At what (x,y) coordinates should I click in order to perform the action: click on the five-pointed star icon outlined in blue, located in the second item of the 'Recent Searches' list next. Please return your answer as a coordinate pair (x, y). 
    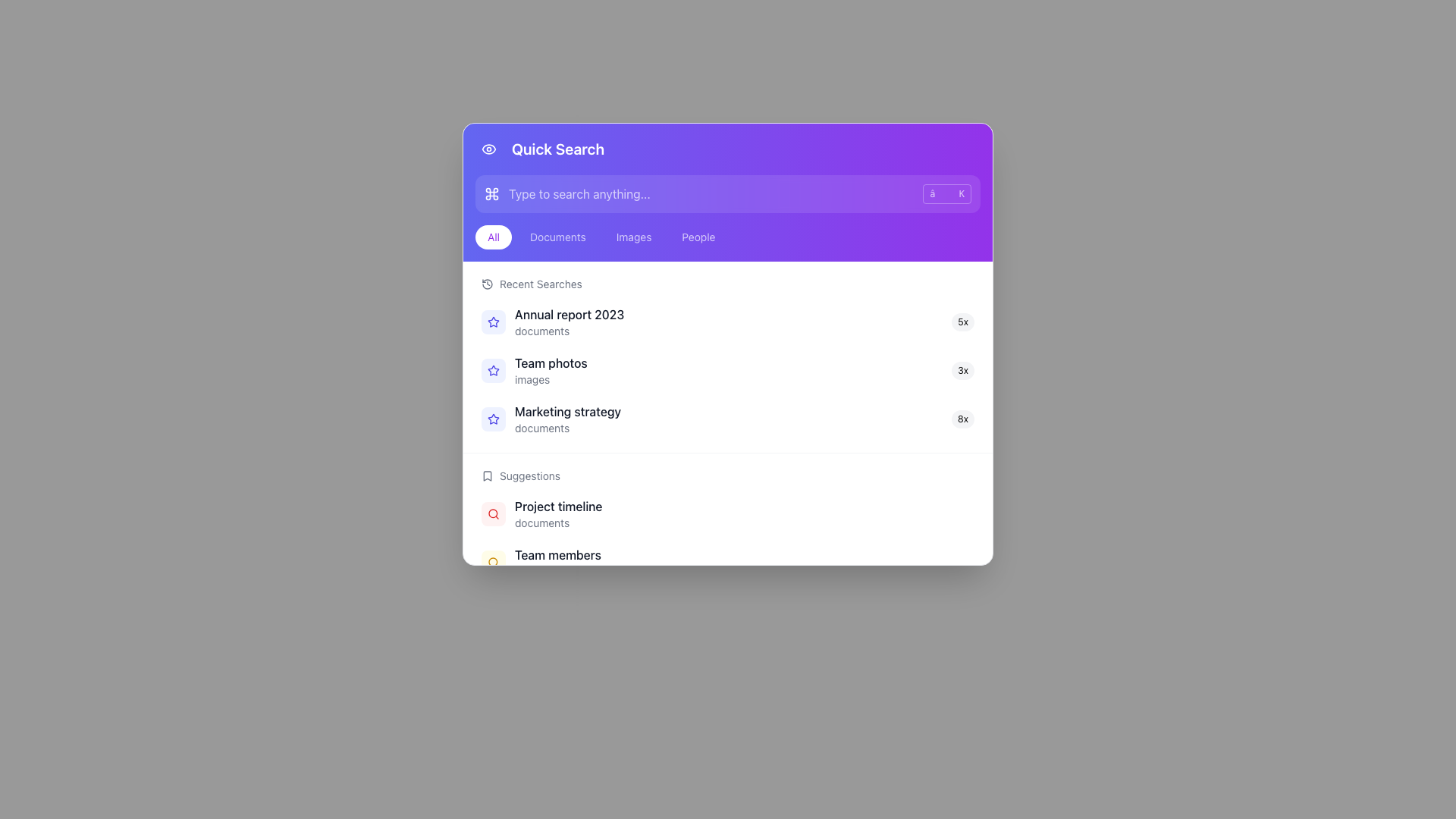
    Looking at the image, I should click on (494, 321).